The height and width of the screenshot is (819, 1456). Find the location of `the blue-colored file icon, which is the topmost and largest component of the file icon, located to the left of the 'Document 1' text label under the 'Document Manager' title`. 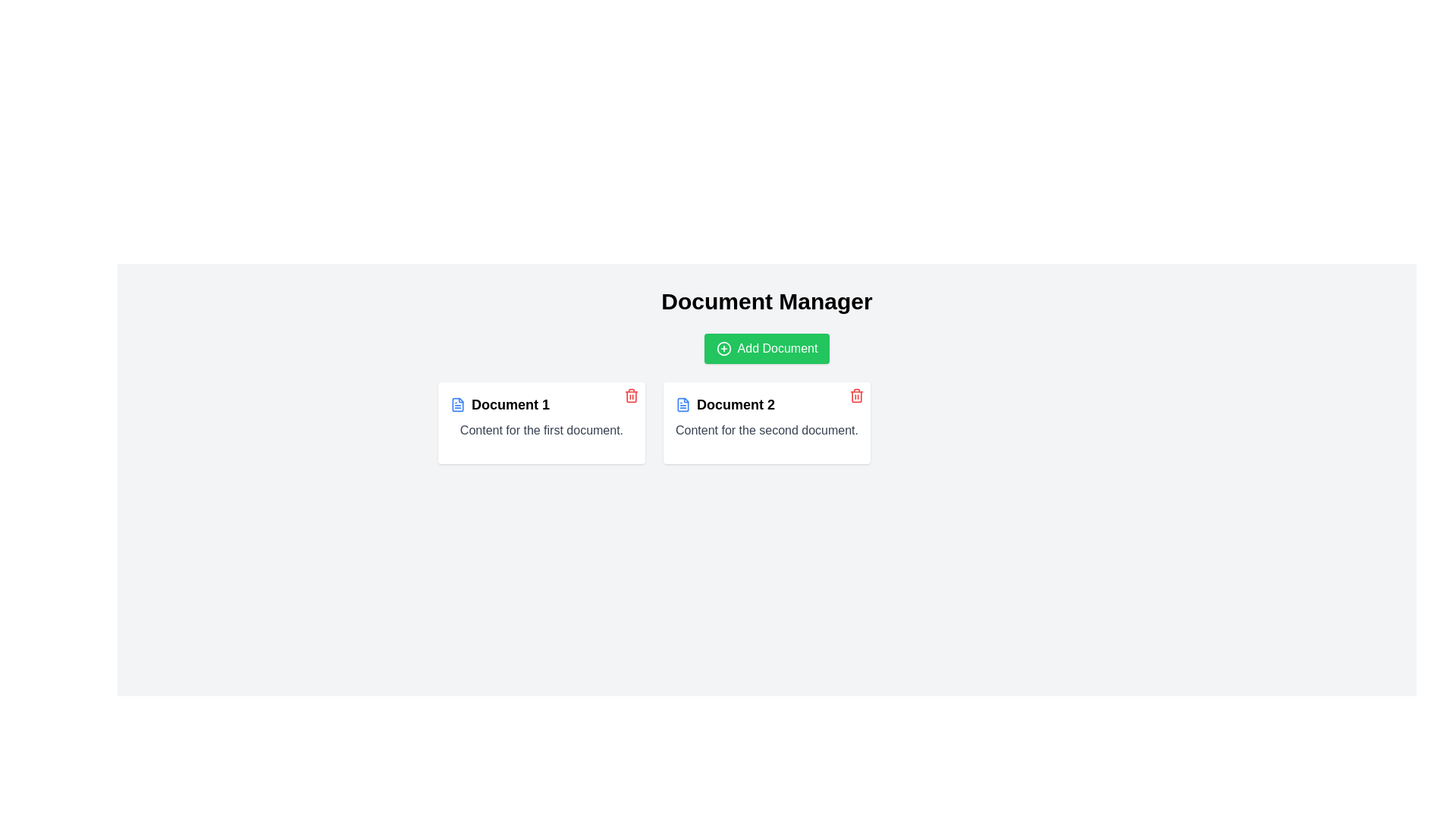

the blue-colored file icon, which is the topmost and largest component of the file icon, located to the left of the 'Document 1' text label under the 'Document Manager' title is located at coordinates (682, 403).